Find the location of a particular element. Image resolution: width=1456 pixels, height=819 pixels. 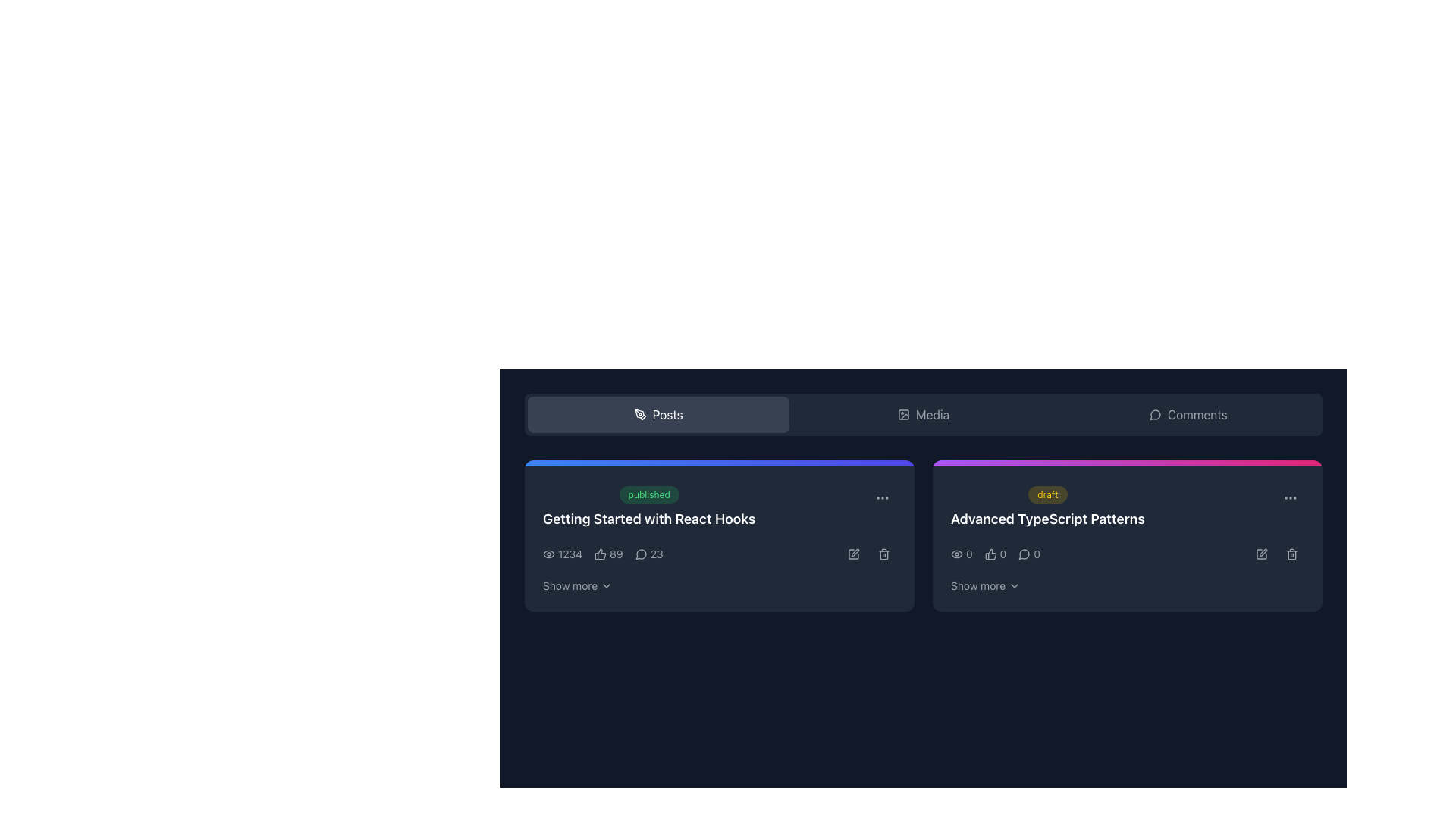

the pen tool icon located to the left of the 'Posts' label on the dark rectangular button in the navigation bar is located at coordinates (640, 415).